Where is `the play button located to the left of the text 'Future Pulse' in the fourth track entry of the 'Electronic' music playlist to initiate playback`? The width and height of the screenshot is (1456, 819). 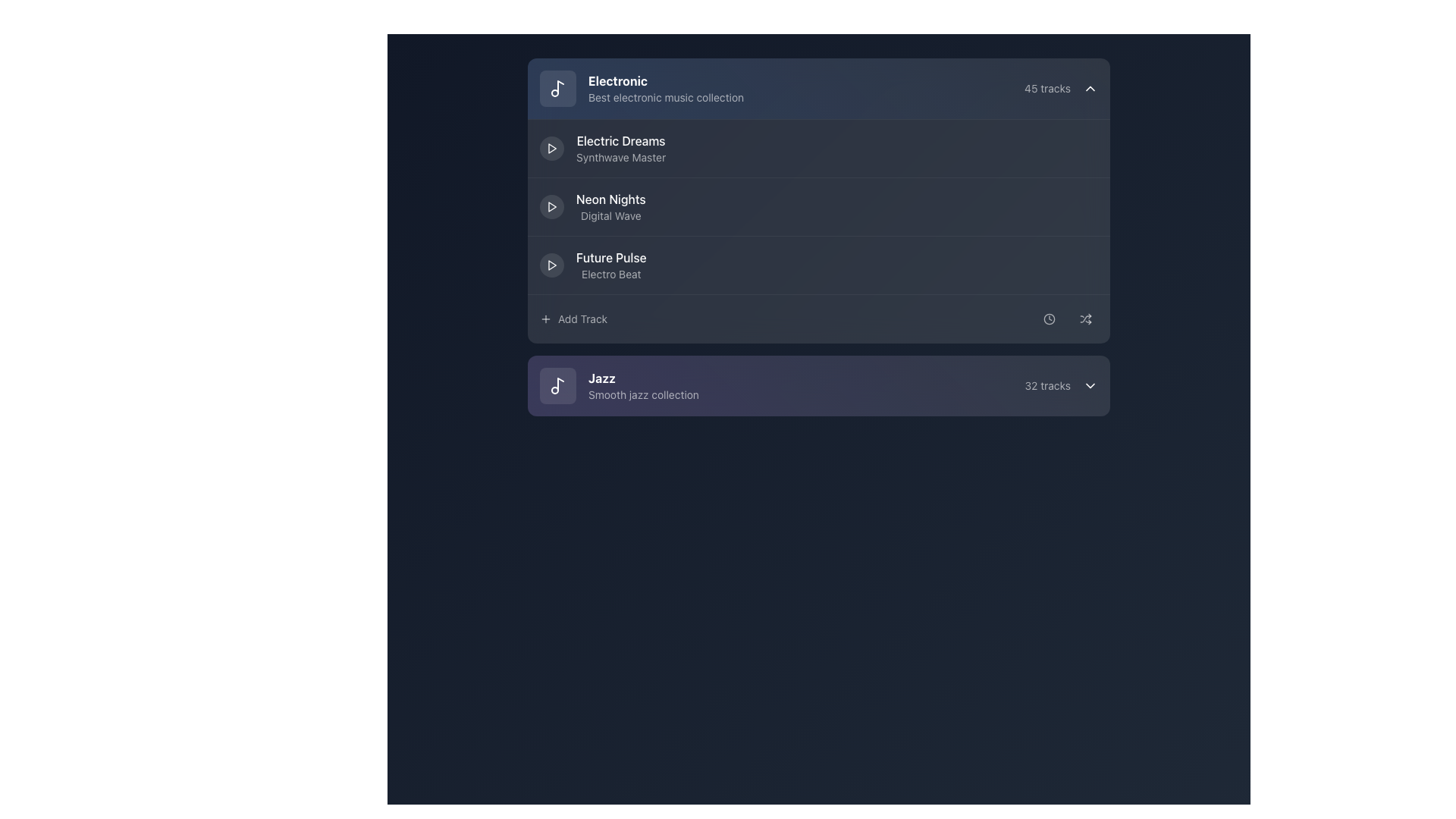
the play button located to the left of the text 'Future Pulse' in the fourth track entry of the 'Electronic' music playlist to initiate playback is located at coordinates (551, 265).